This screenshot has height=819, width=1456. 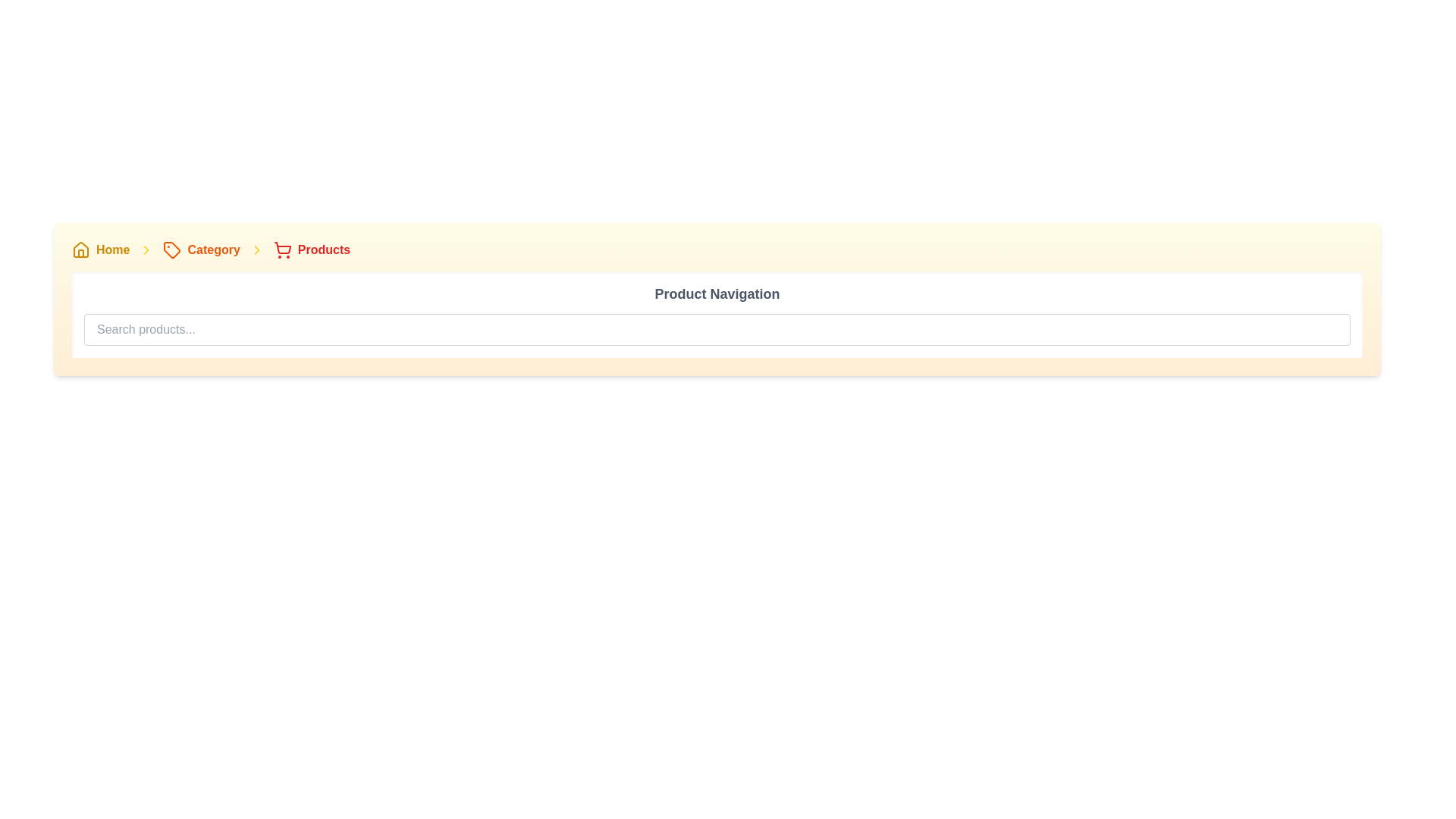 I want to click on label of the 'Products' breadcrumb navigation item, which is the third item in the breadcrumb trail located in the right-hand corner, so click(x=311, y=249).